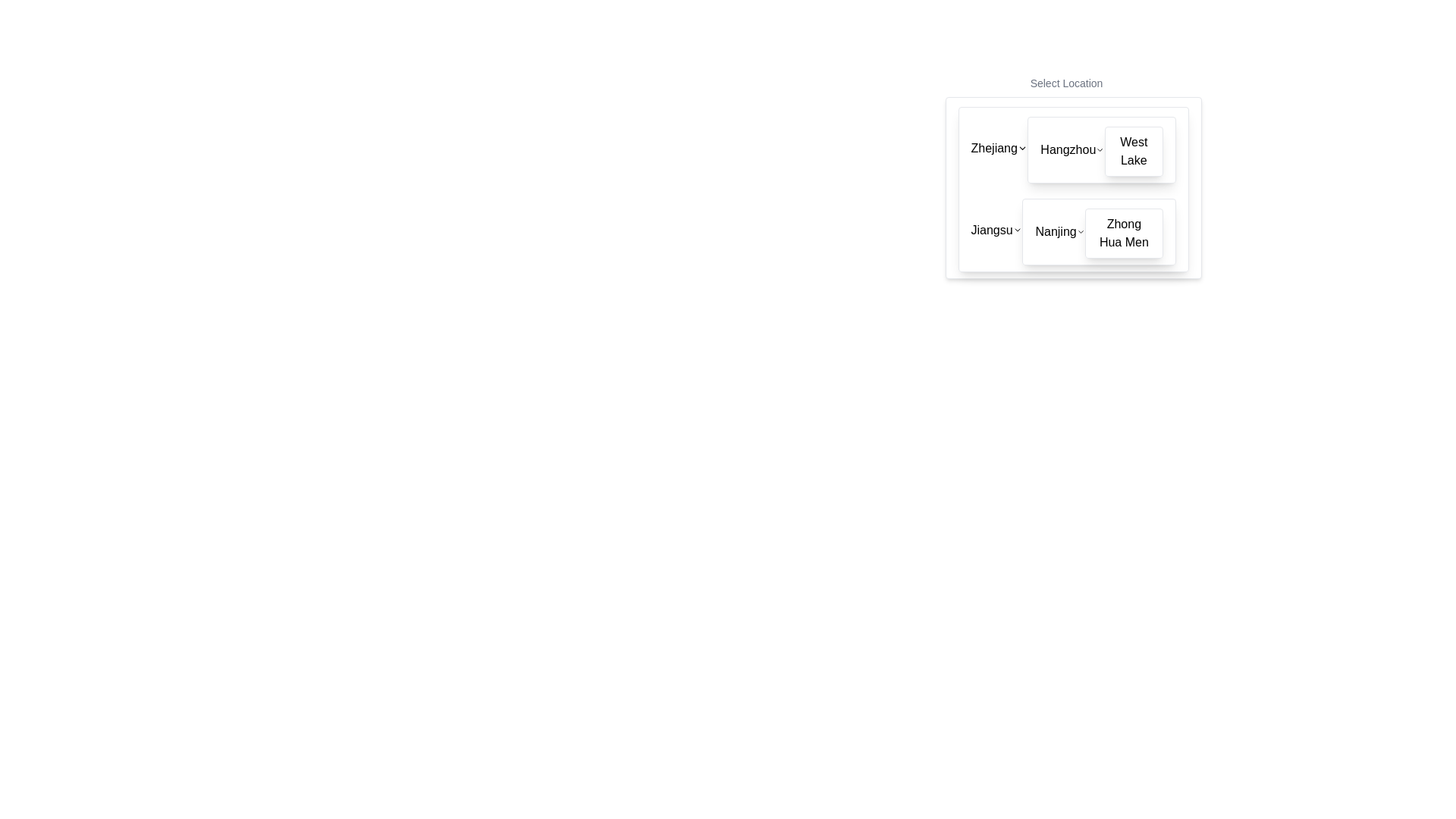  I want to click on the Dropdown selector option labeled 'Hangzhou' located in the top-right segment of the interface, so click(1065, 158).